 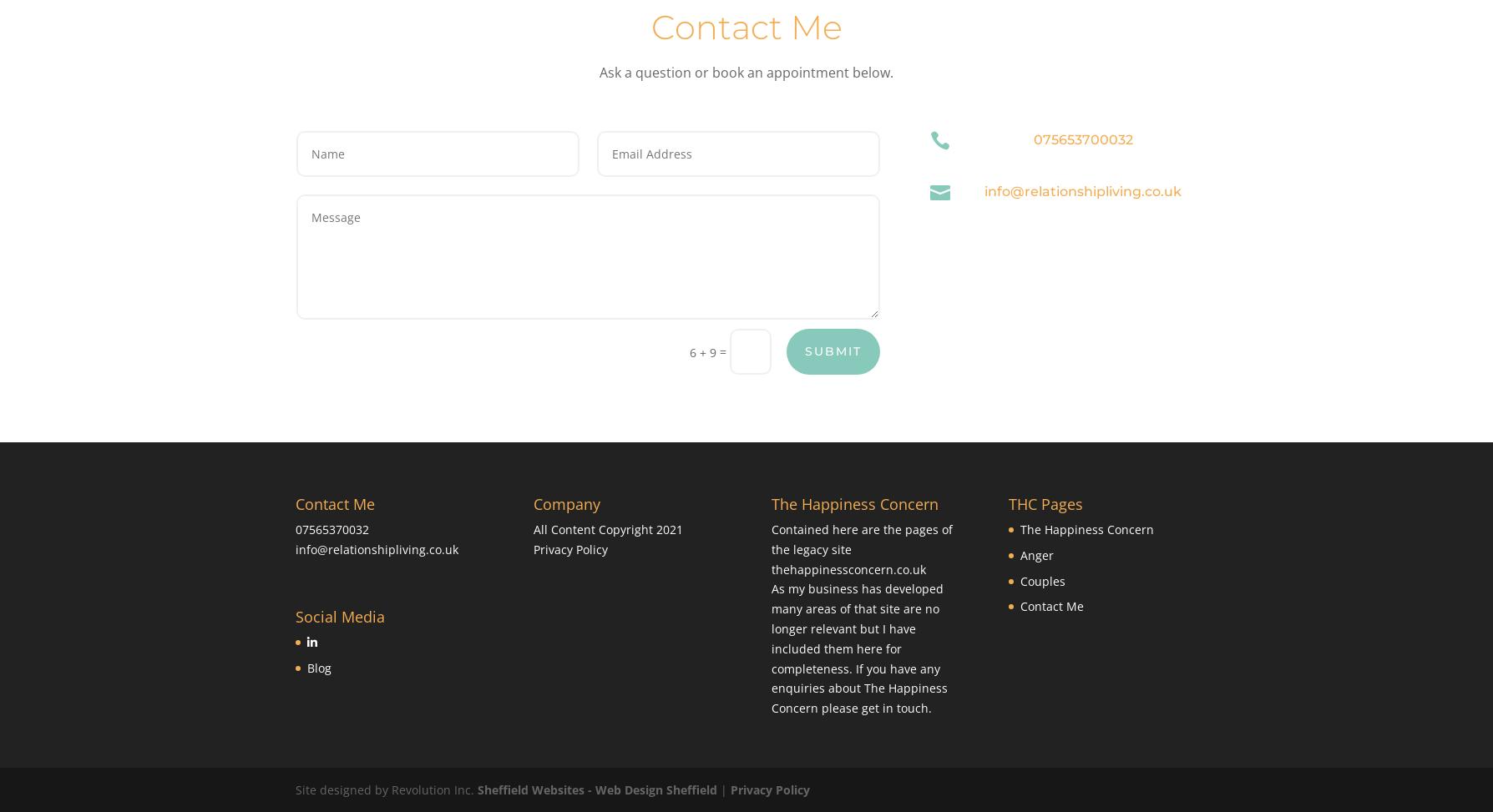 What do you see at coordinates (1041, 580) in the screenshot?
I see `'Couples'` at bounding box center [1041, 580].